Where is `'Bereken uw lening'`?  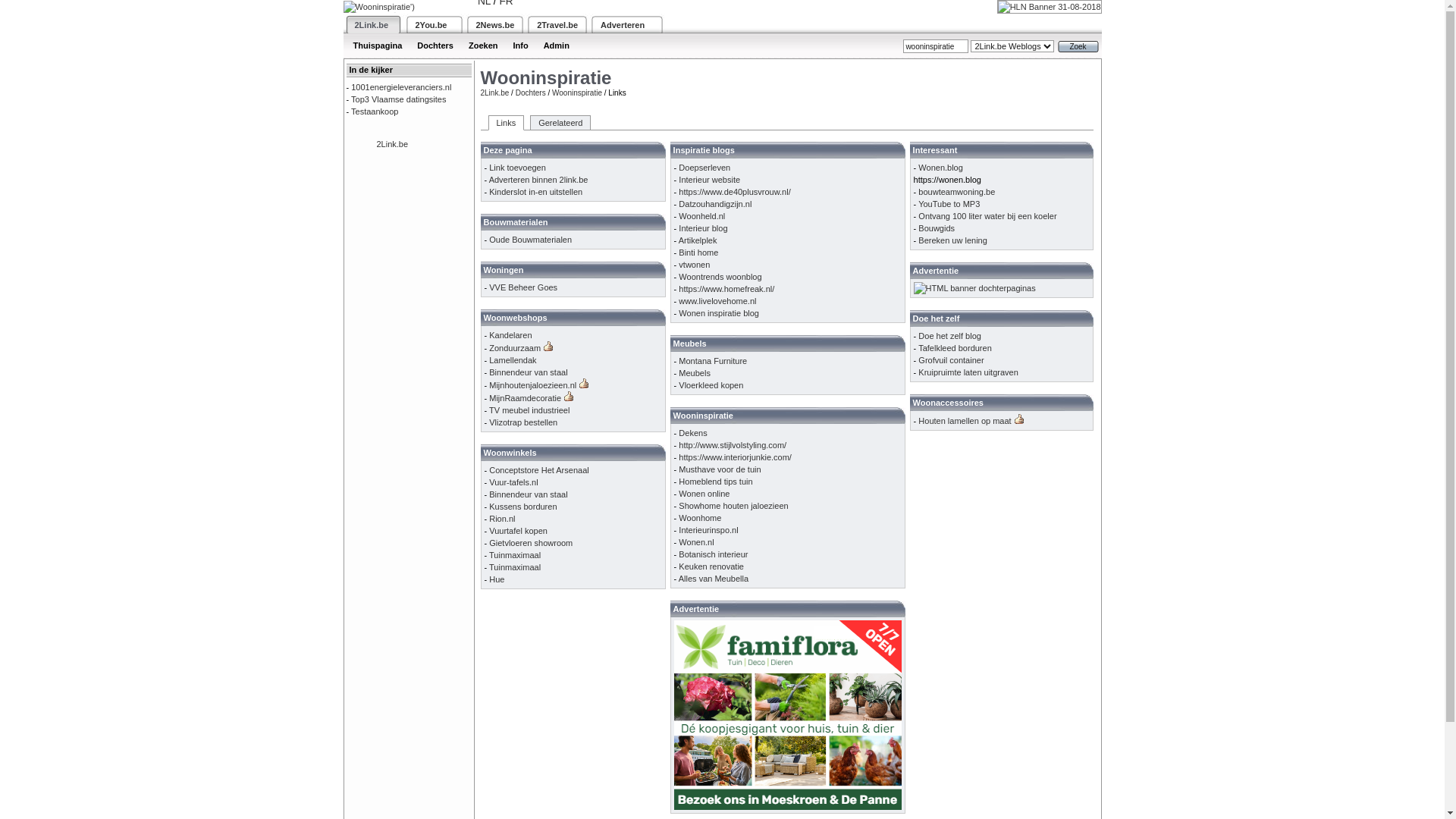 'Bereken uw lening' is located at coordinates (952, 239).